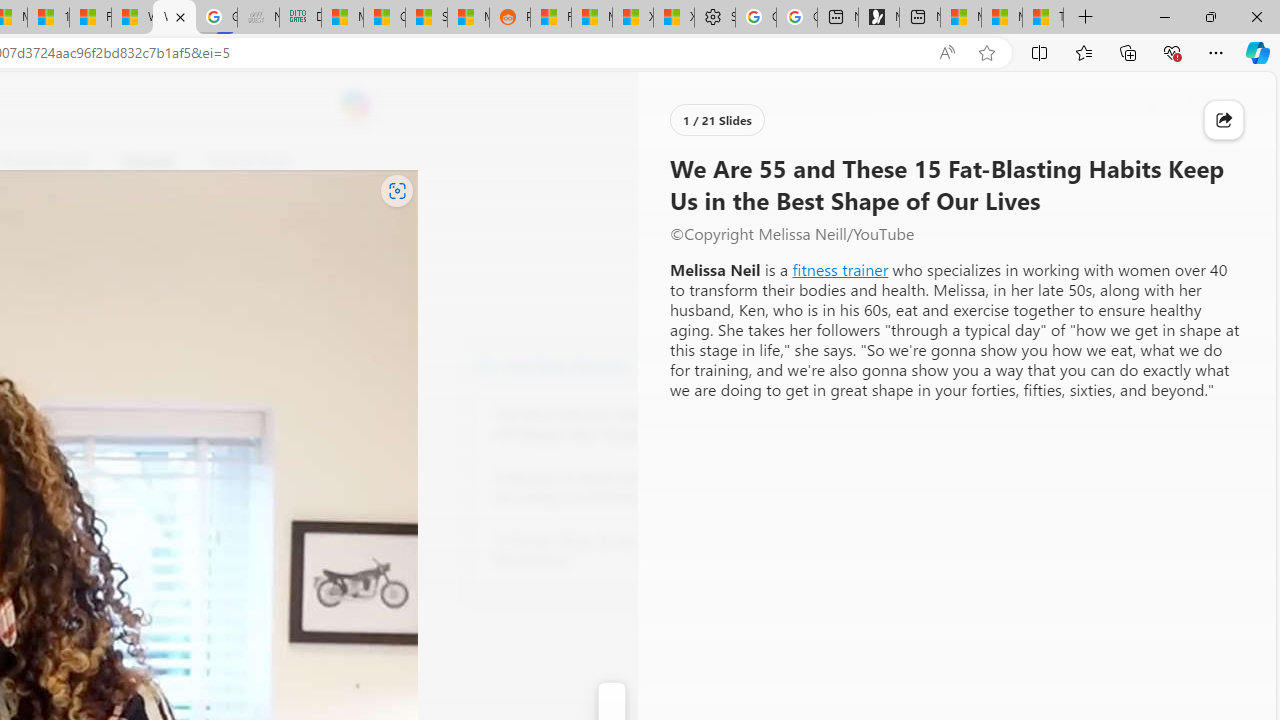 Image resolution: width=1280 pixels, height=720 pixels. Describe the element at coordinates (1223, 120) in the screenshot. I see `'Class: at-item immersive'` at that location.